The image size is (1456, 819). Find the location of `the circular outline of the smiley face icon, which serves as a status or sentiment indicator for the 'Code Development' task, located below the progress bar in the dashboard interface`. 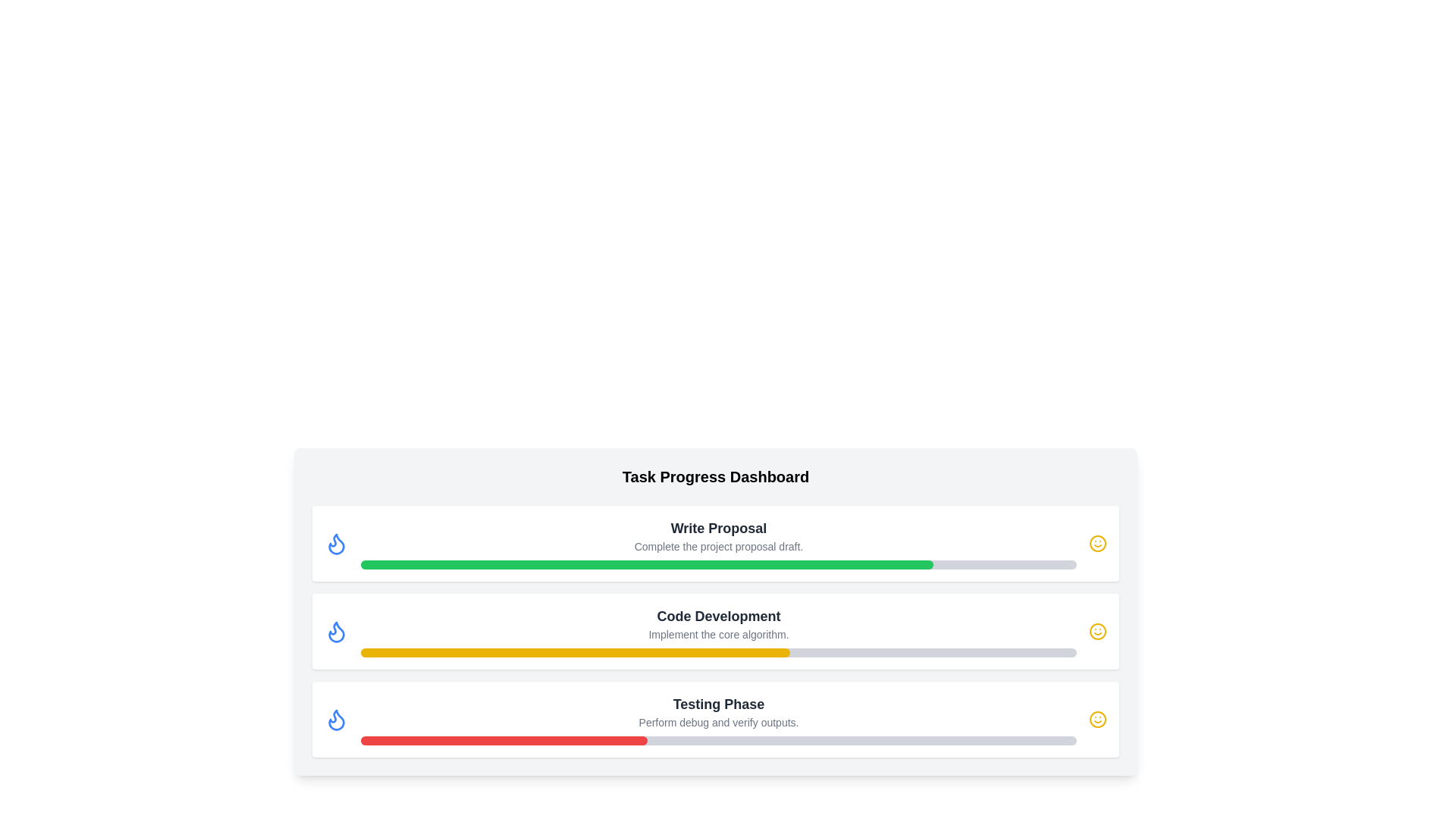

the circular outline of the smiley face icon, which serves as a status or sentiment indicator for the 'Code Development' task, located below the progress bar in the dashboard interface is located at coordinates (1098, 718).